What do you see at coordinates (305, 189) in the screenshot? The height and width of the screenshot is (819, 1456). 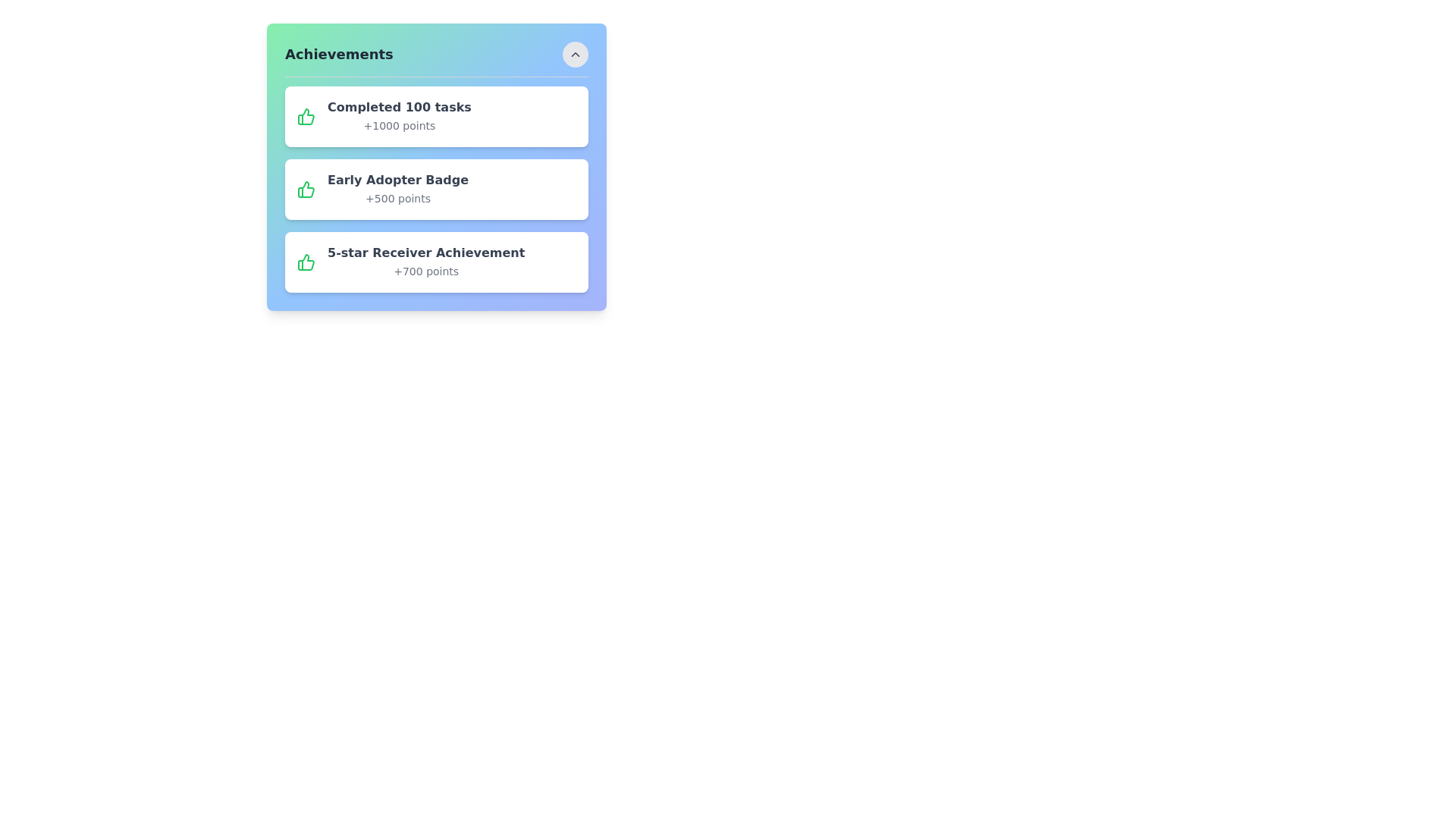 I see `the approval icon located to the left of the 'Early Adopter Badge' and '+500 points' text in the second row of the achievement list` at bounding box center [305, 189].